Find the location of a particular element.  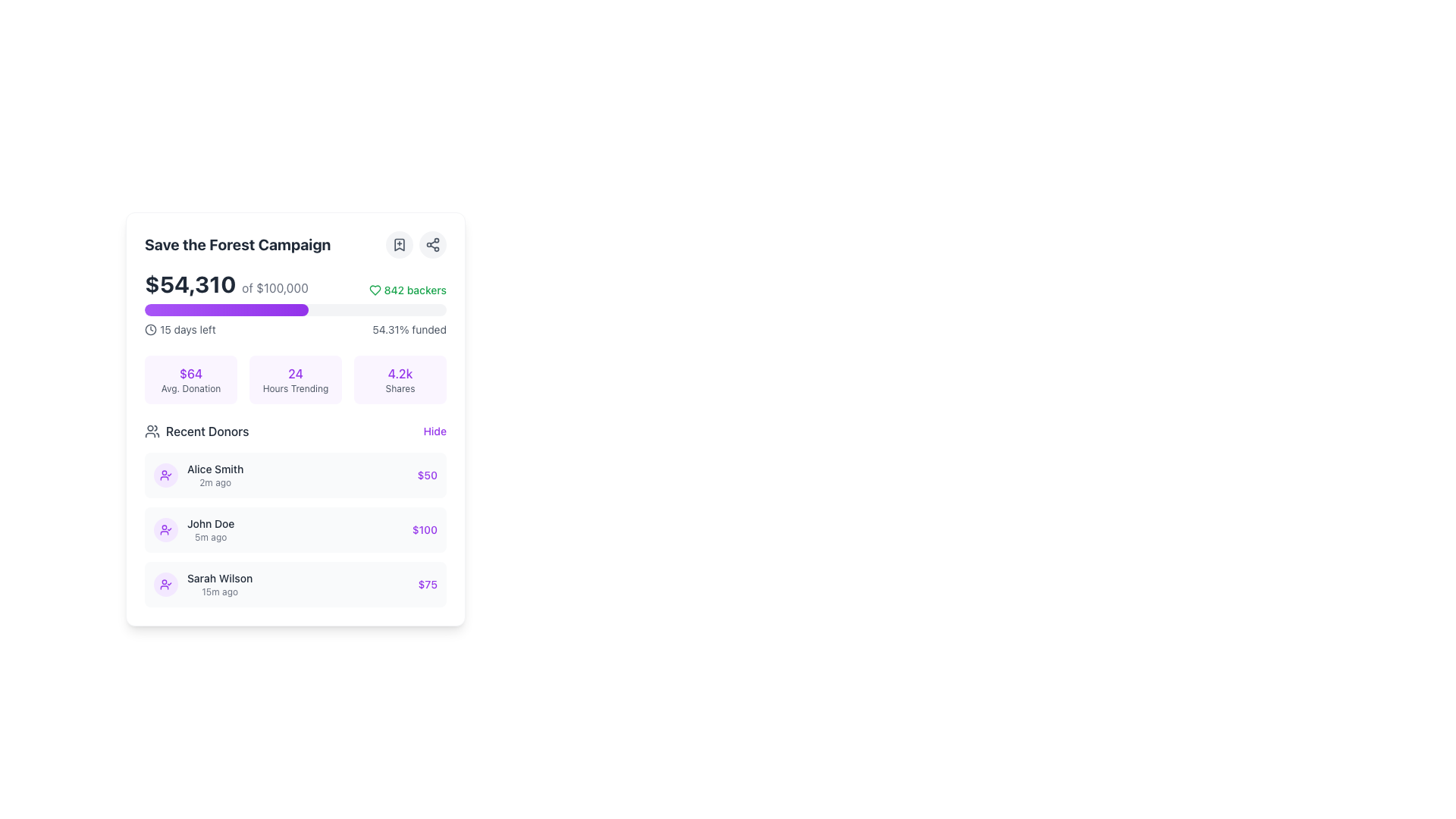

the 'Hide' button in the 'Recent Donors' section to change the text color is located at coordinates (434, 431).